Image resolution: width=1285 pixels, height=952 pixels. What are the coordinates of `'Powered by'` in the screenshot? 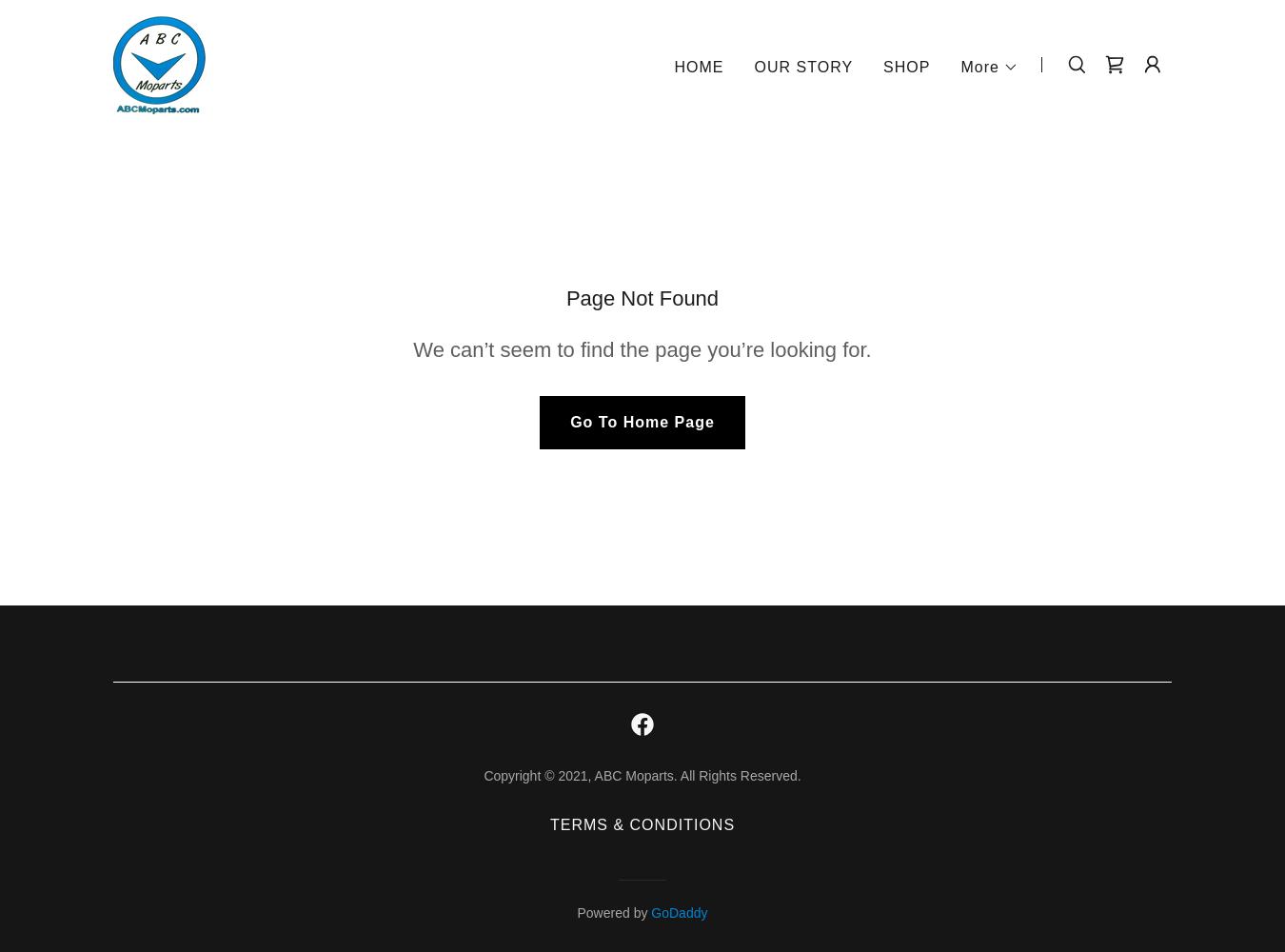 It's located at (614, 912).